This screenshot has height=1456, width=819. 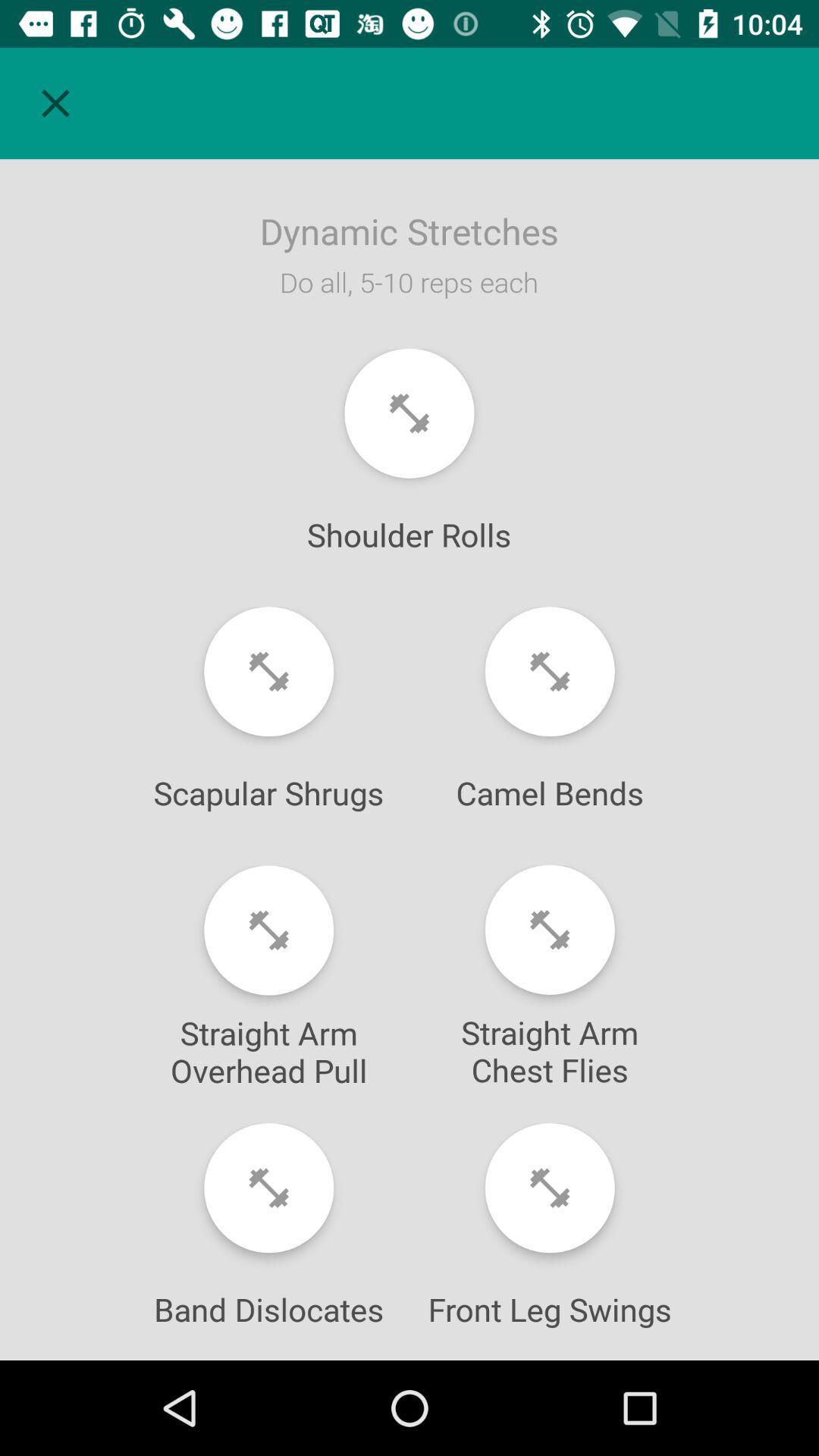 I want to click on shoulder rolls, so click(x=409, y=413).